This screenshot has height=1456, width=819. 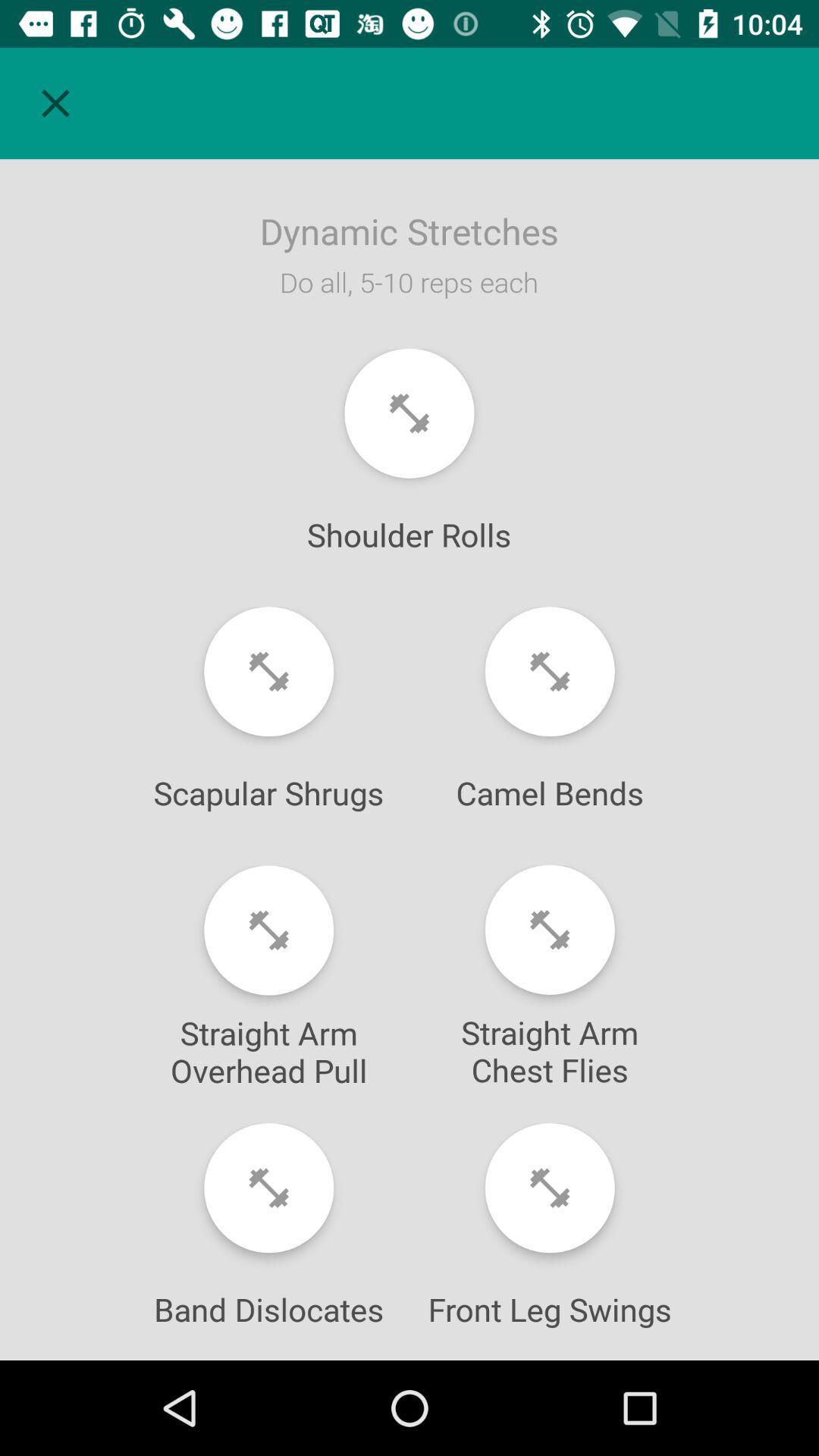 I want to click on shoulder rolls, so click(x=409, y=413).